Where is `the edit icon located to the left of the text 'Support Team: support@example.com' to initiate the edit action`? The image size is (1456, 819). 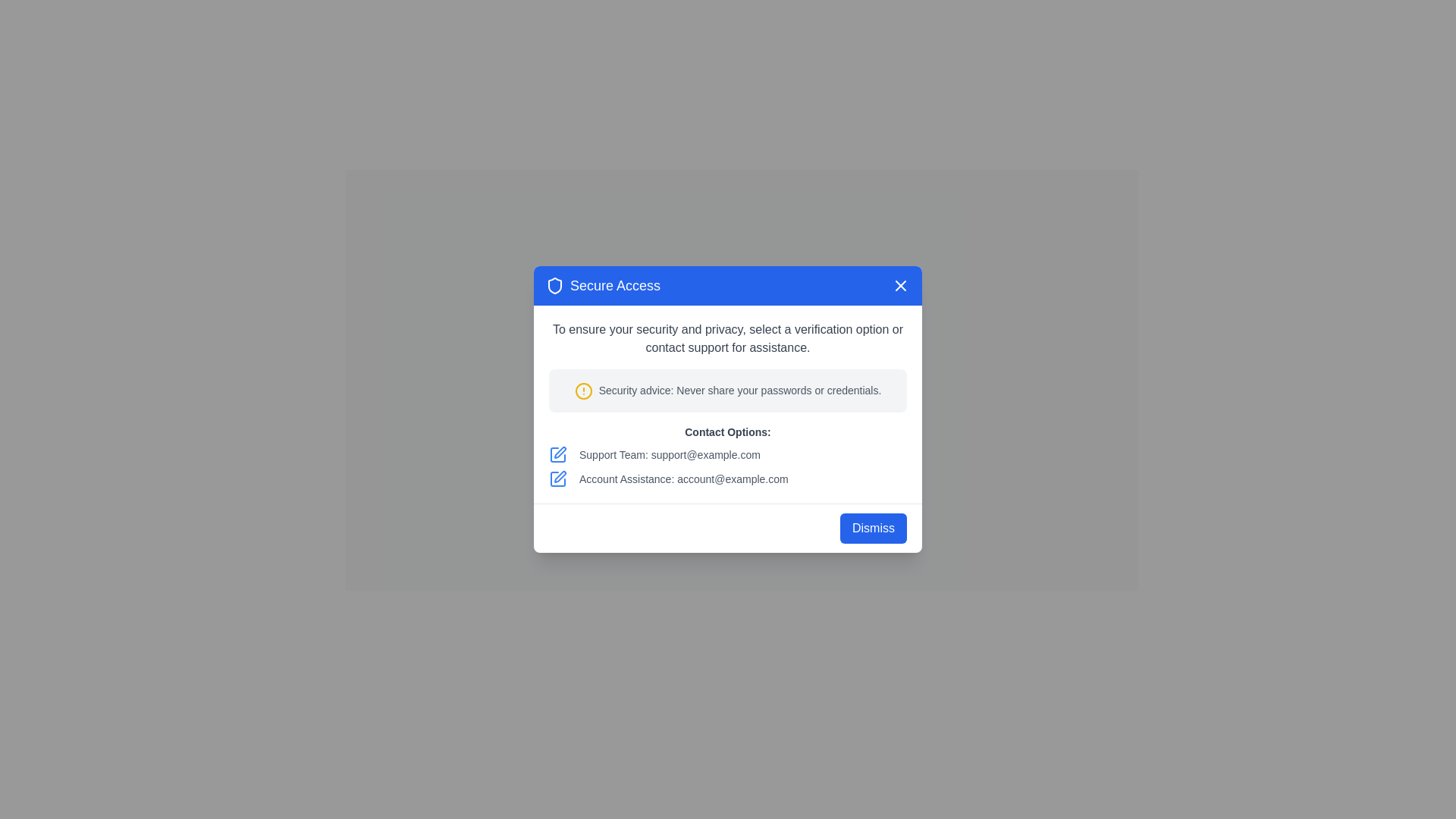
the edit icon located to the left of the text 'Support Team: support@example.com' to initiate the edit action is located at coordinates (557, 453).